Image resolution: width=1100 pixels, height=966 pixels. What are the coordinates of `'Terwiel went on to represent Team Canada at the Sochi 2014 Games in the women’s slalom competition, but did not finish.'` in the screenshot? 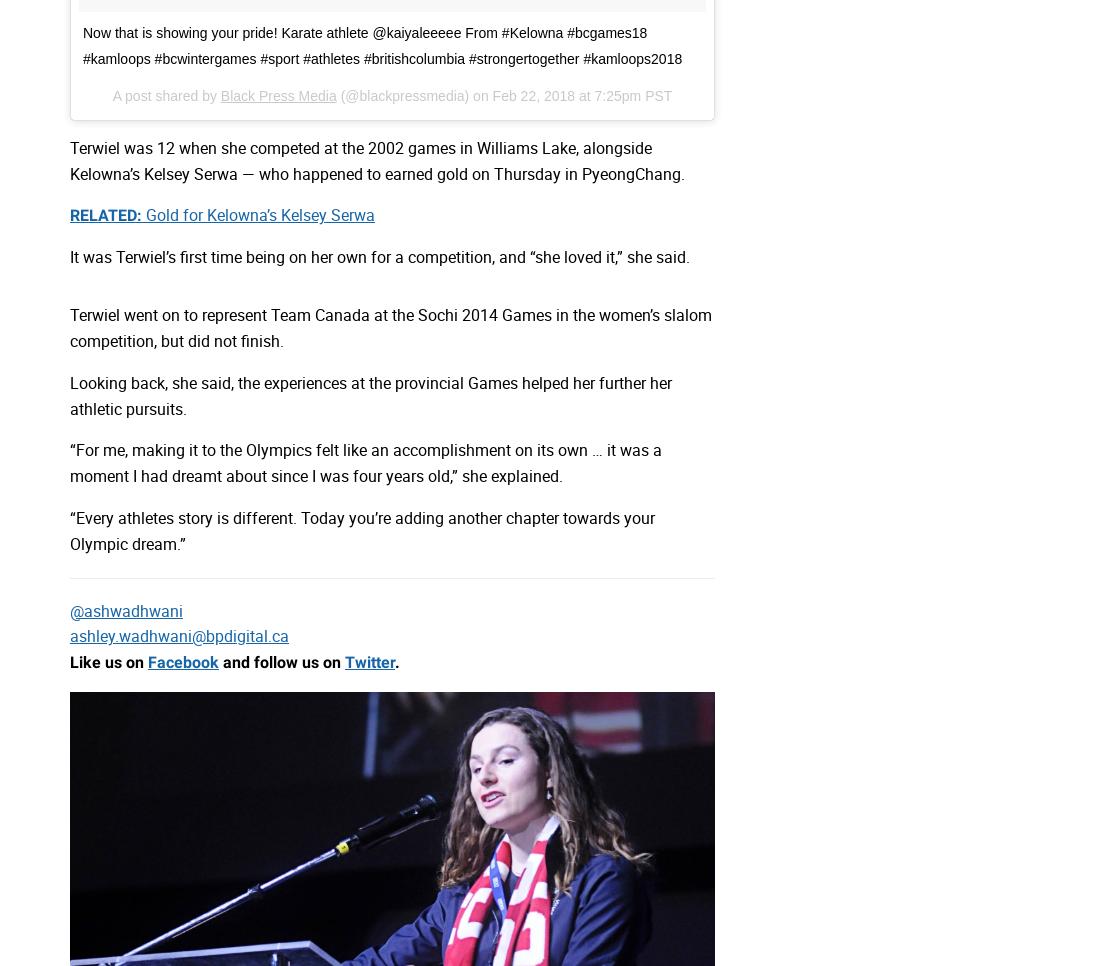 It's located at (391, 327).